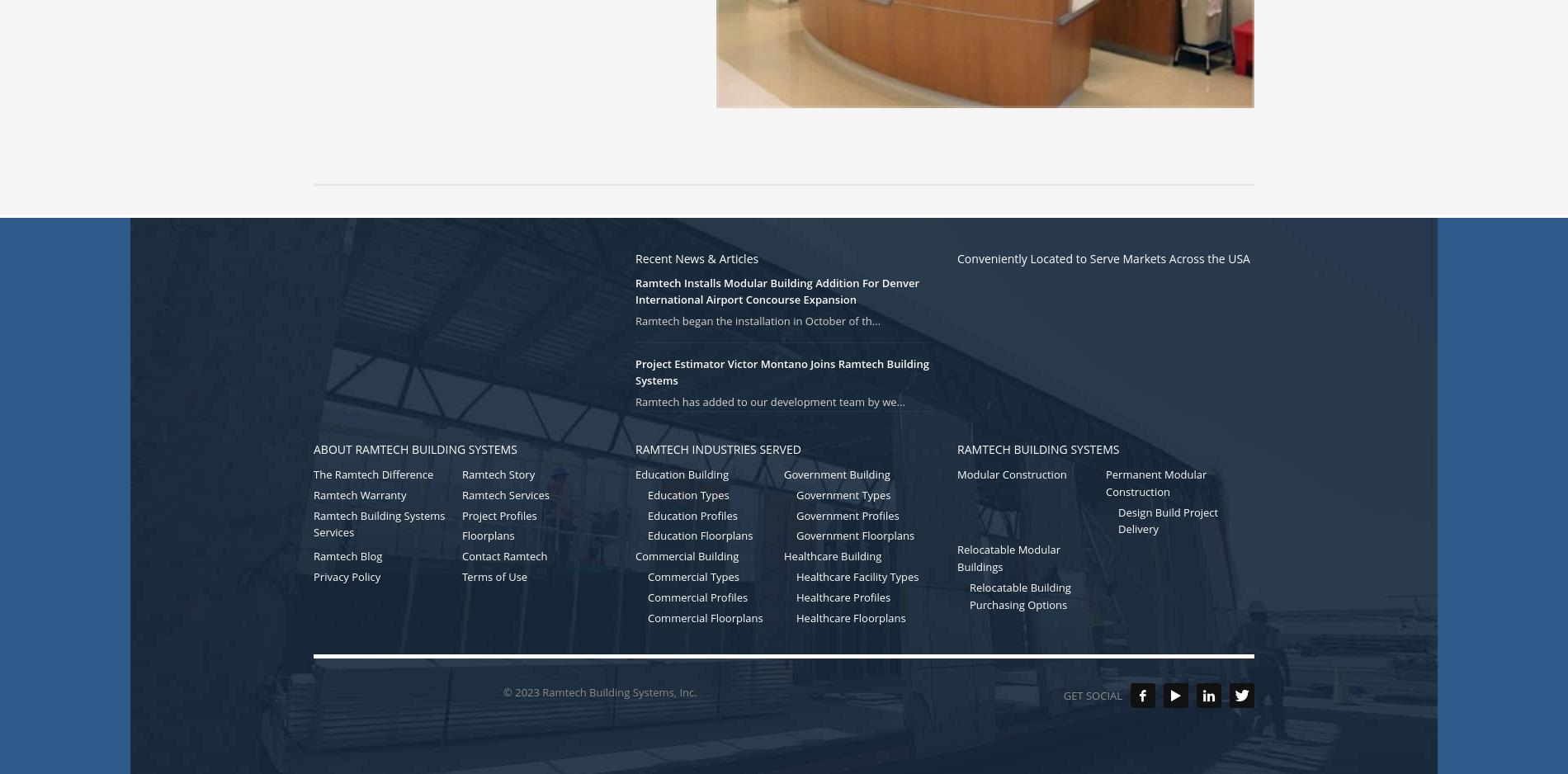 The width and height of the screenshot is (1568, 774). Describe the element at coordinates (1103, 257) in the screenshot. I see `'Conveniently Located to Serve Markets Across the USA'` at that location.